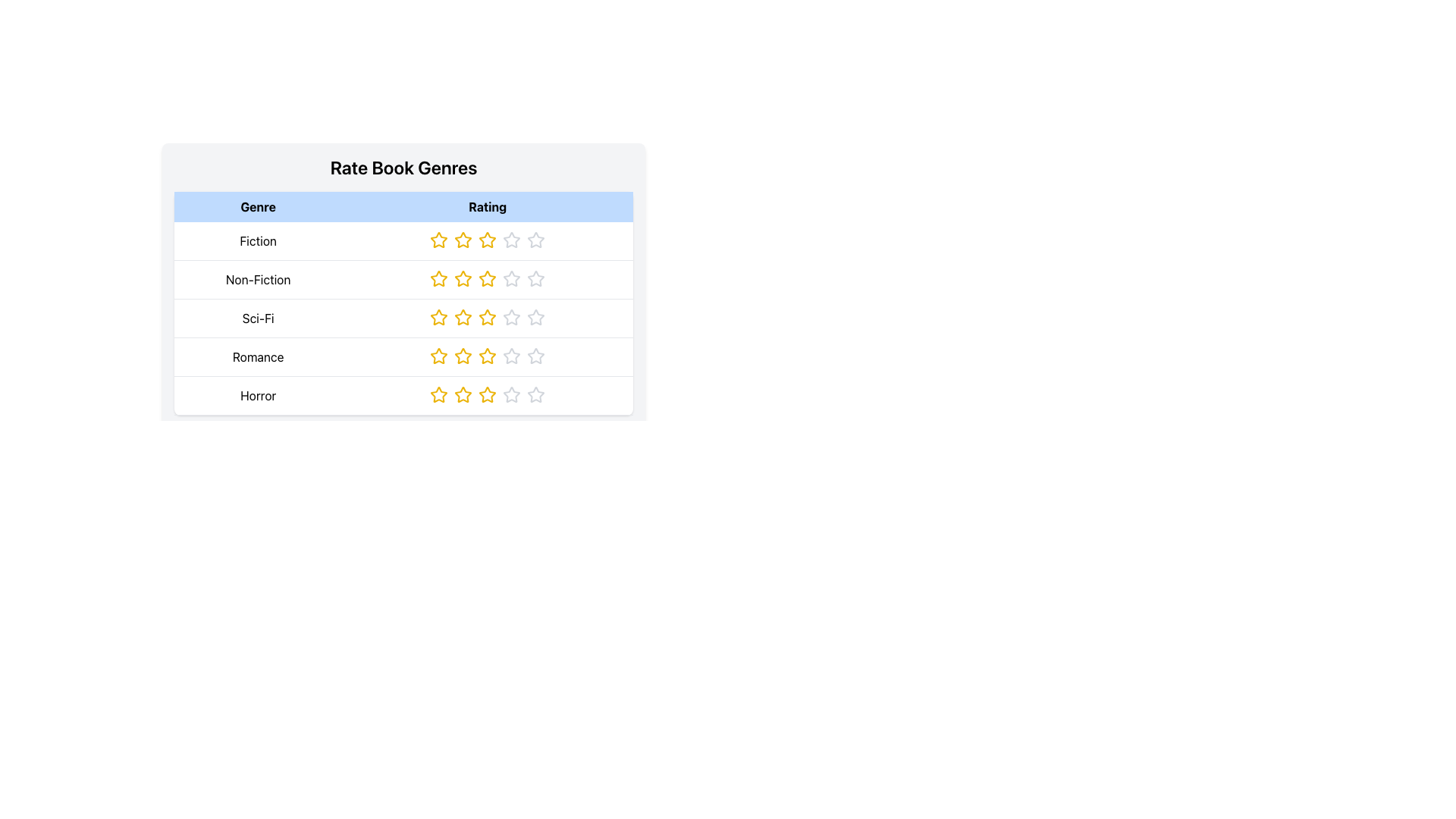 The height and width of the screenshot is (819, 1456). What do you see at coordinates (536, 239) in the screenshot?
I see `the fifth star in the rating row for the 'Fiction' category to rate it` at bounding box center [536, 239].